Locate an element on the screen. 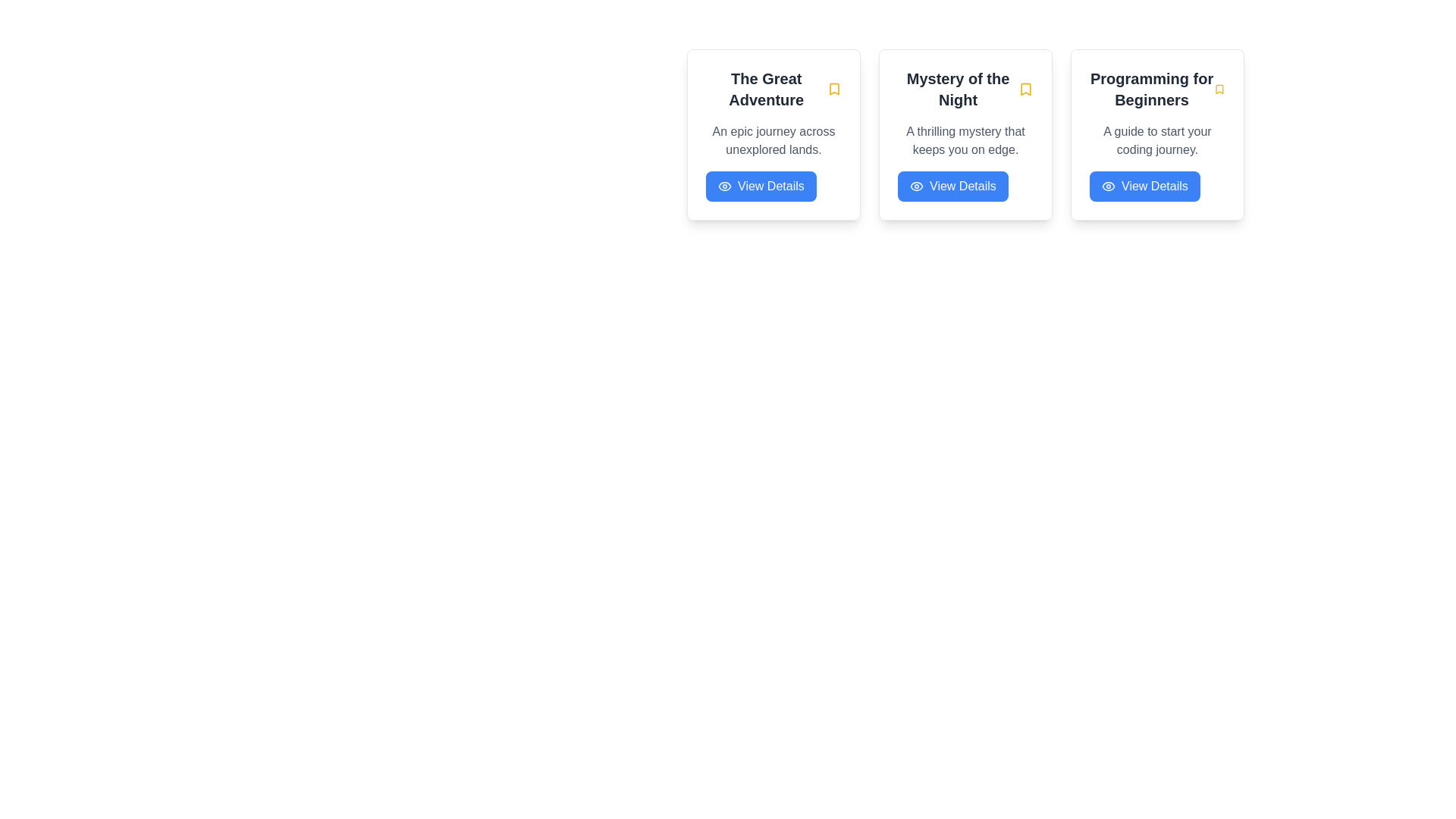 Image resolution: width=1456 pixels, height=819 pixels. the Bookmark icon located at the top-right corner of the 'Programming for Beginners' card is located at coordinates (1219, 89).